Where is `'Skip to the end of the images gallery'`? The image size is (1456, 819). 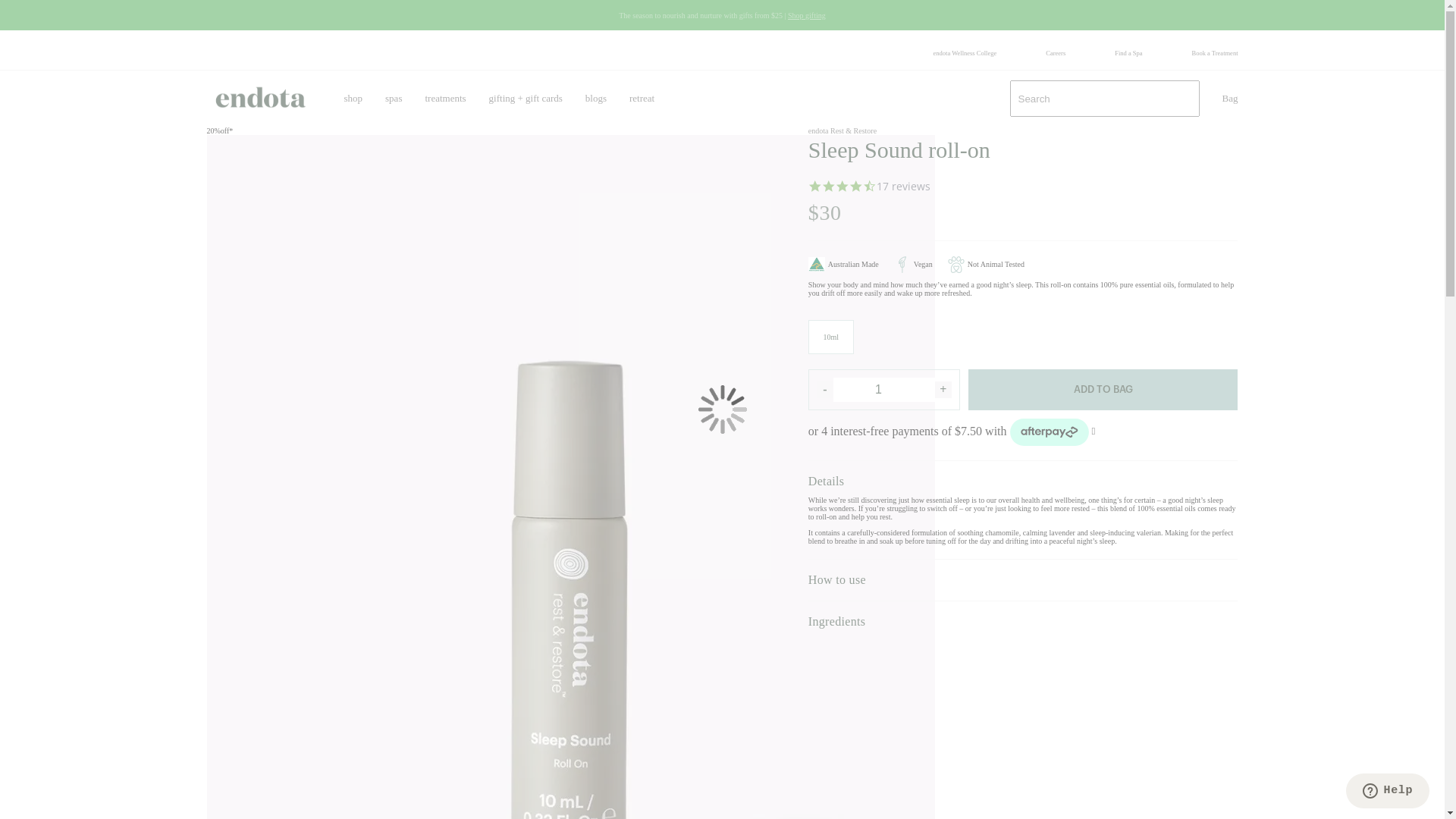 'Skip to the end of the images gallery' is located at coordinates (206, 125).